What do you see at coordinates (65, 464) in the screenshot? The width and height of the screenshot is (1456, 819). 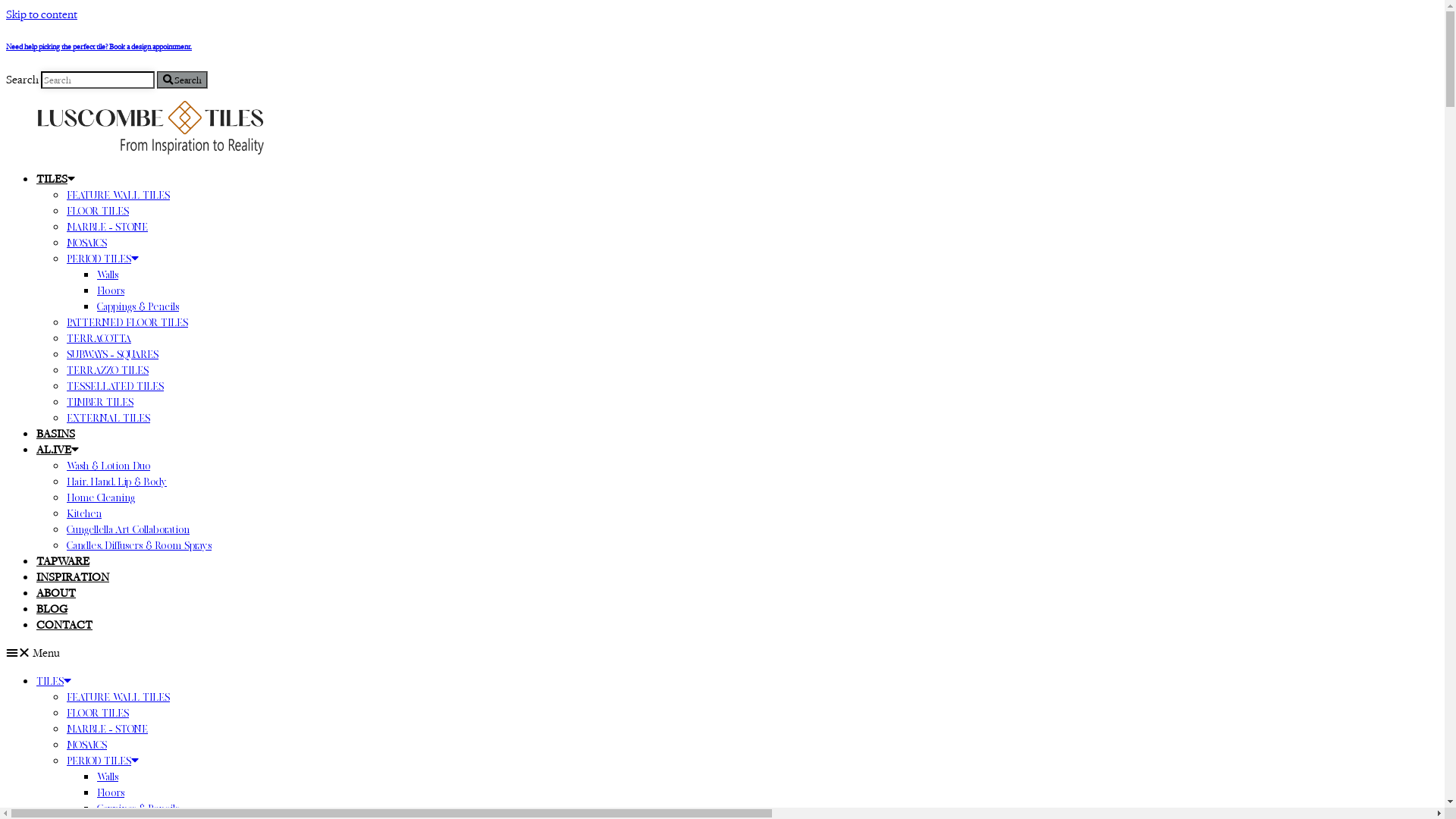 I see `'Wash & Lotion Duo'` at bounding box center [65, 464].